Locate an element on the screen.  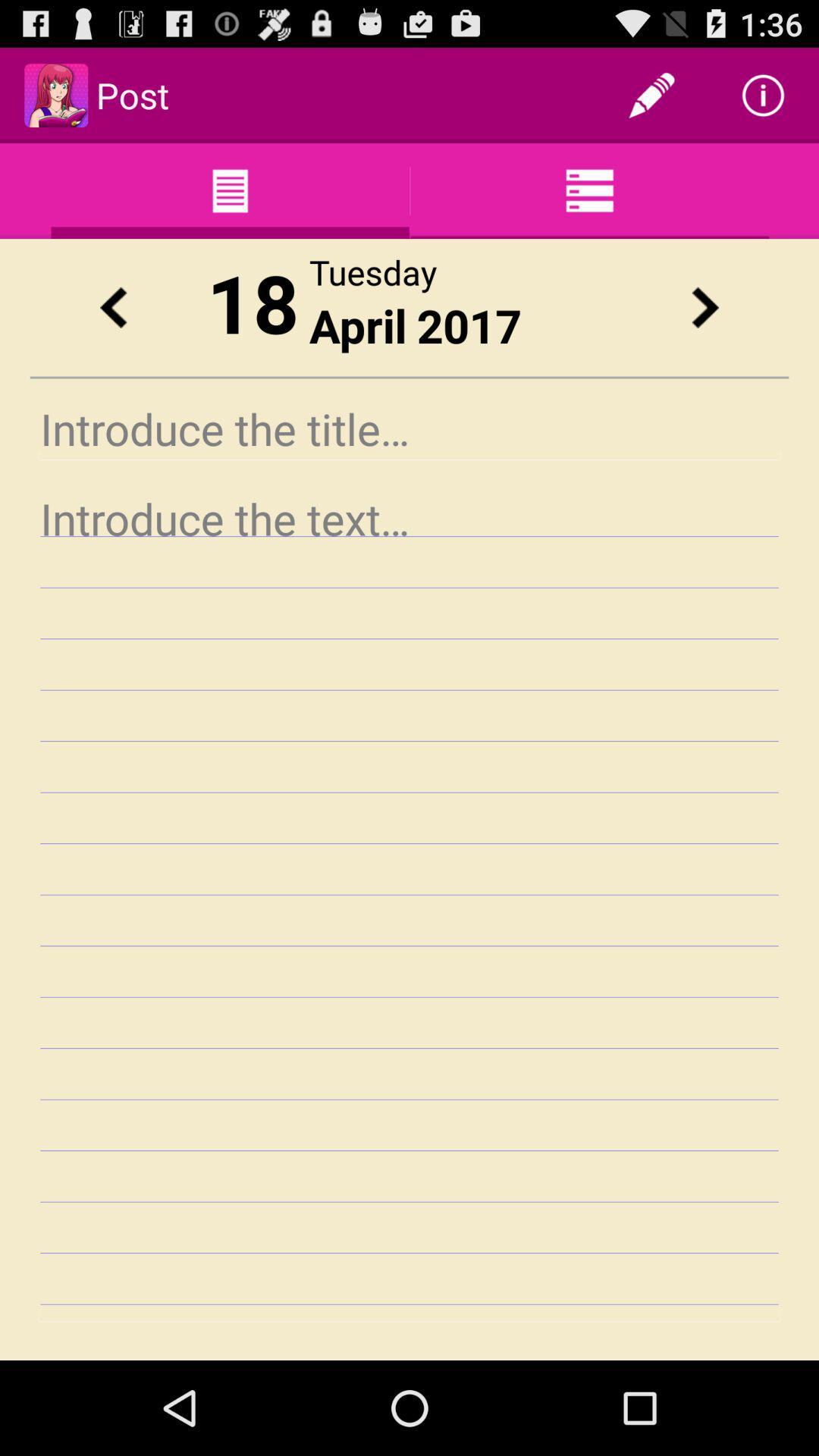
go back is located at coordinates (112, 306).